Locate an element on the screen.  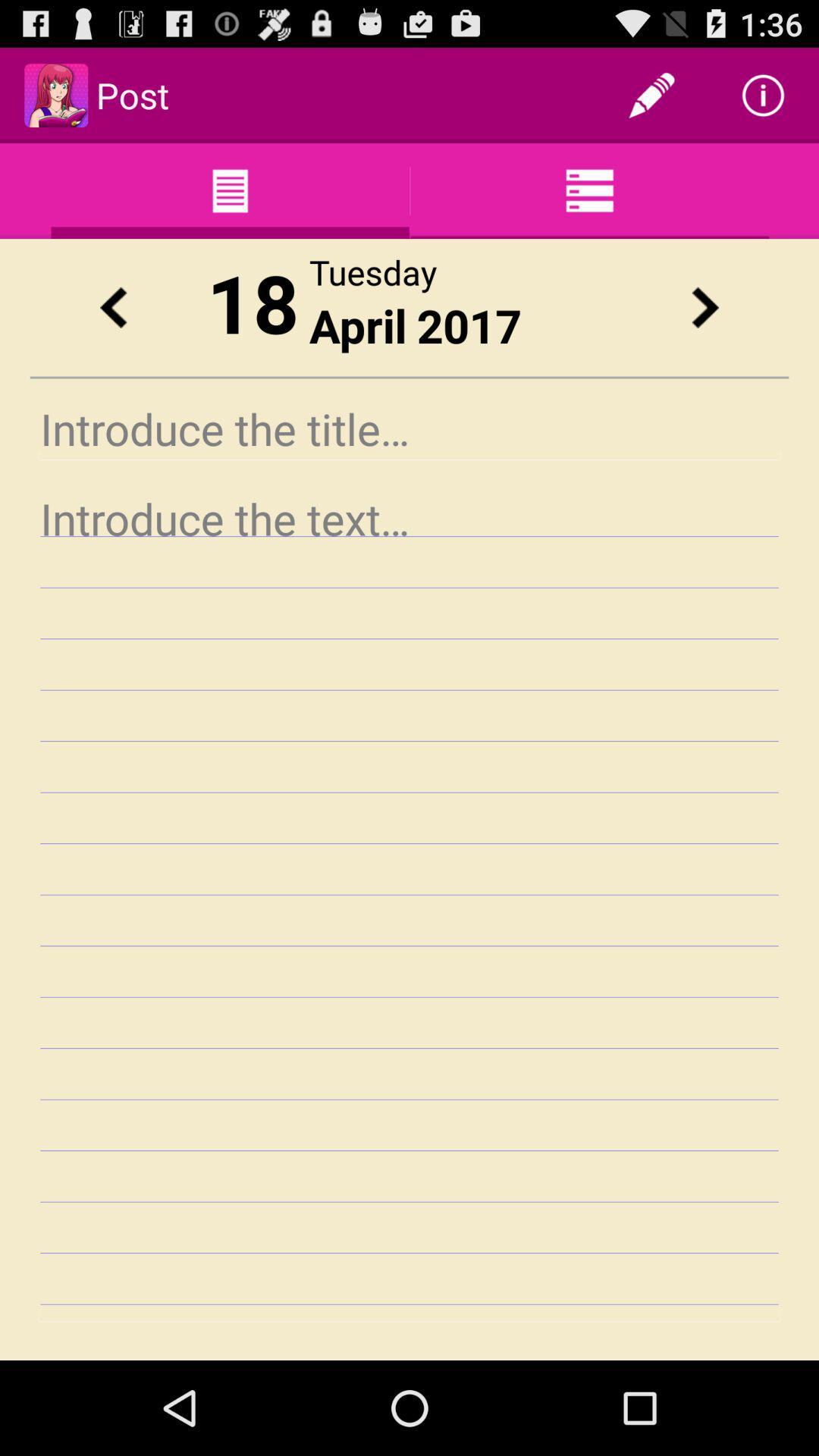
go back is located at coordinates (112, 306).